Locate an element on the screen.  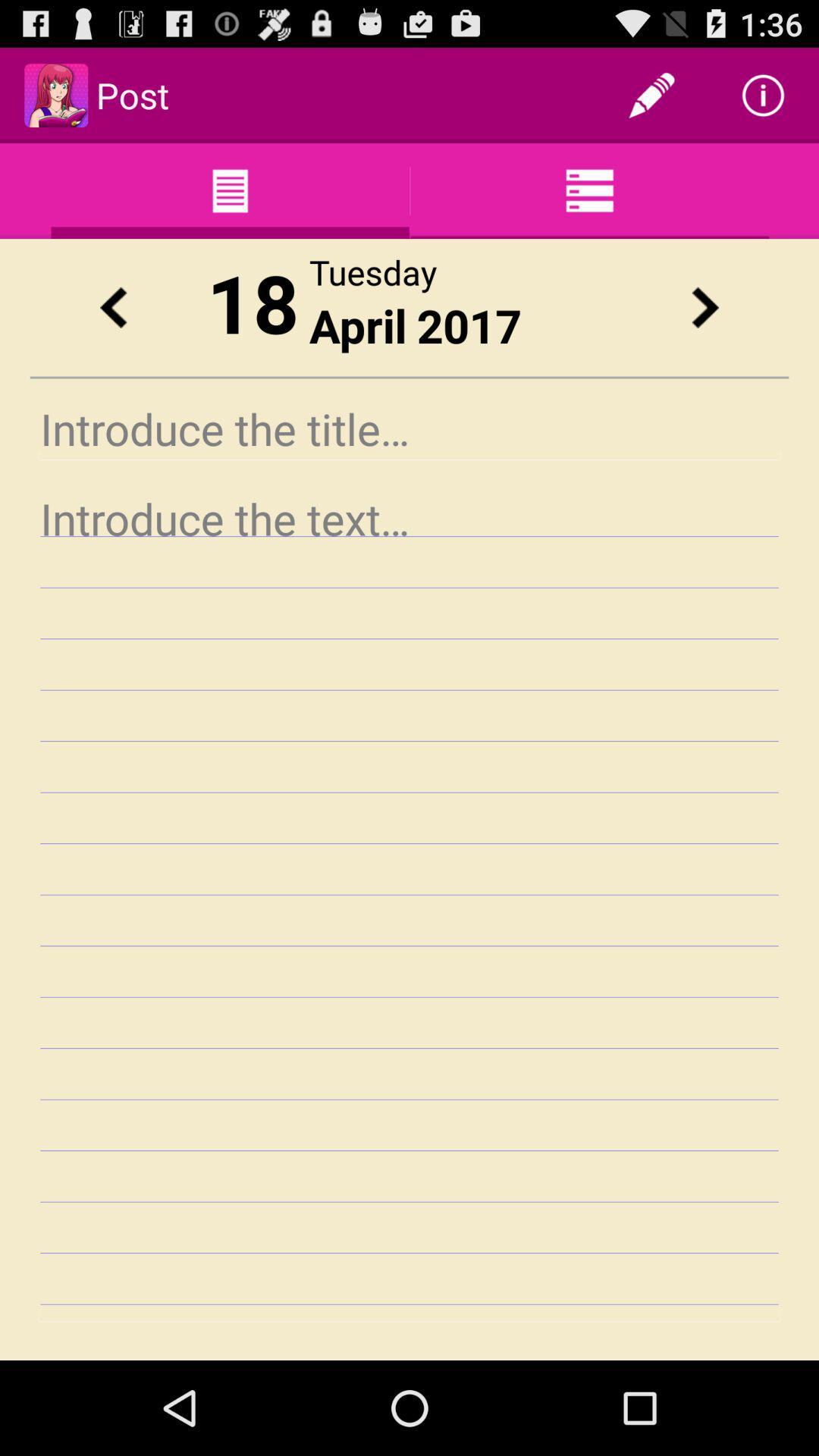
go back is located at coordinates (112, 306).